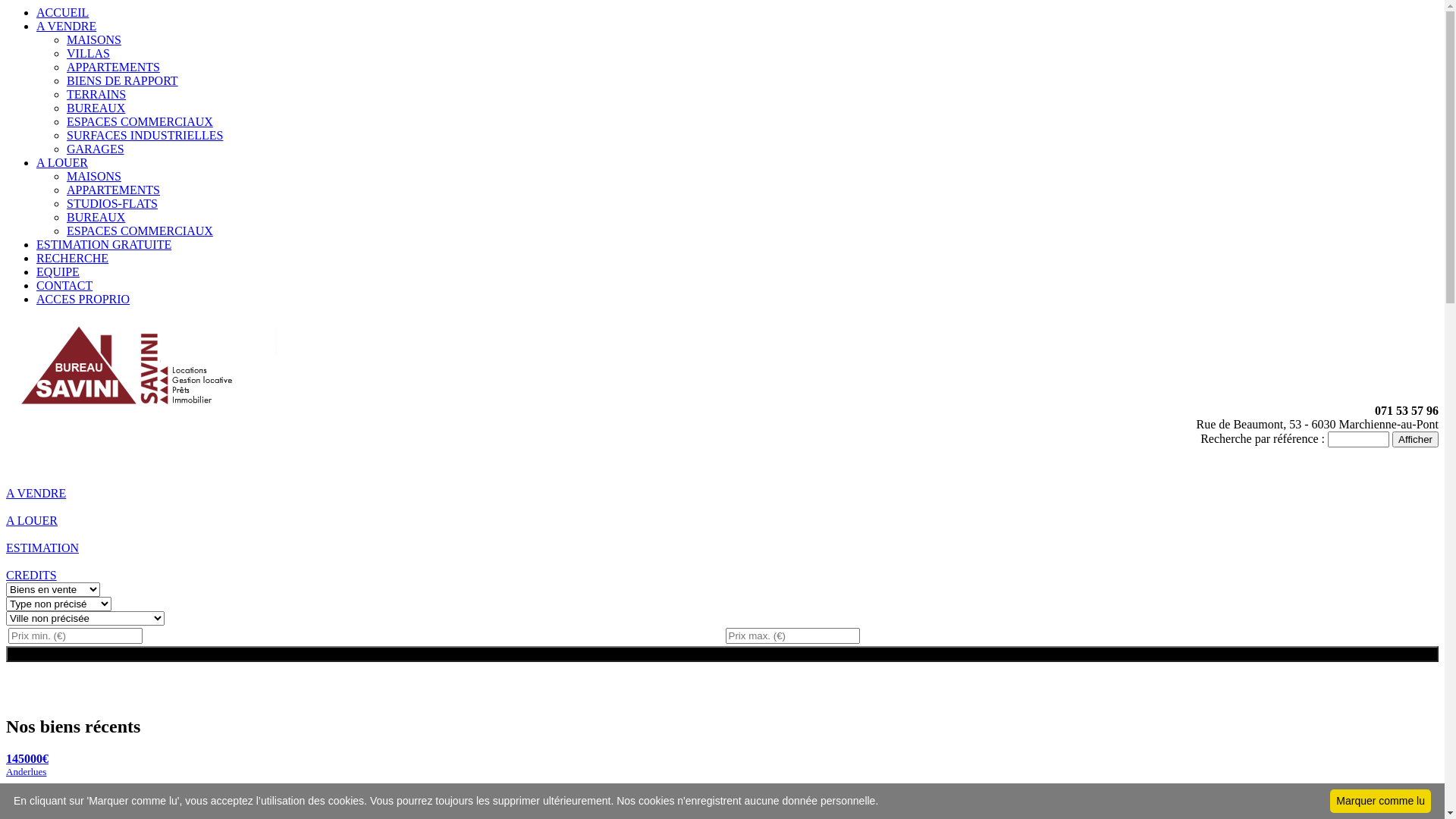  I want to click on 'GARAGES', so click(94, 149).